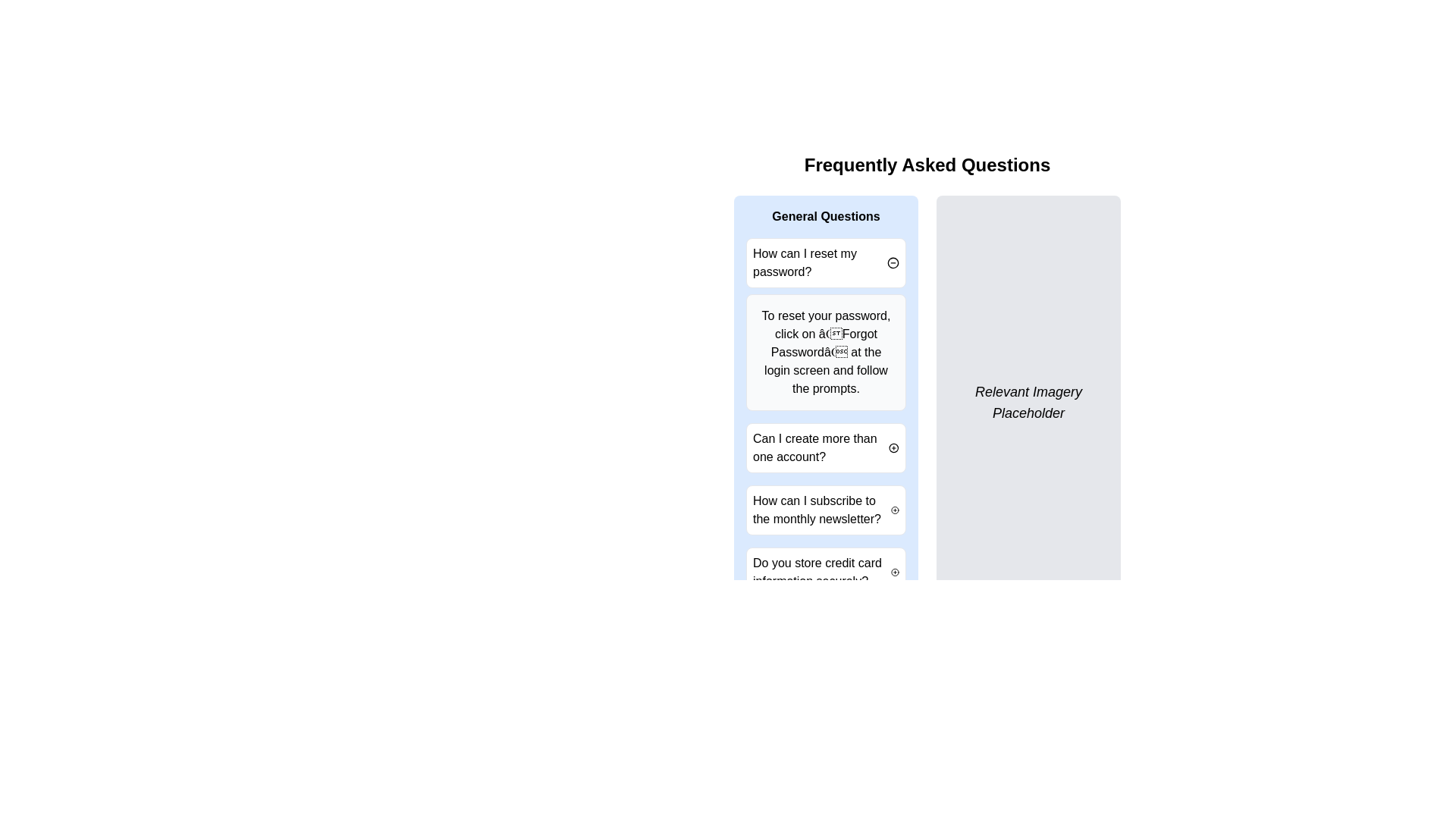  I want to click on the text label displaying 'Relevant Imagery Placeholder' which is styled in italic font, located within a gray box and positioned to the right of a column of question cards, so click(1028, 402).